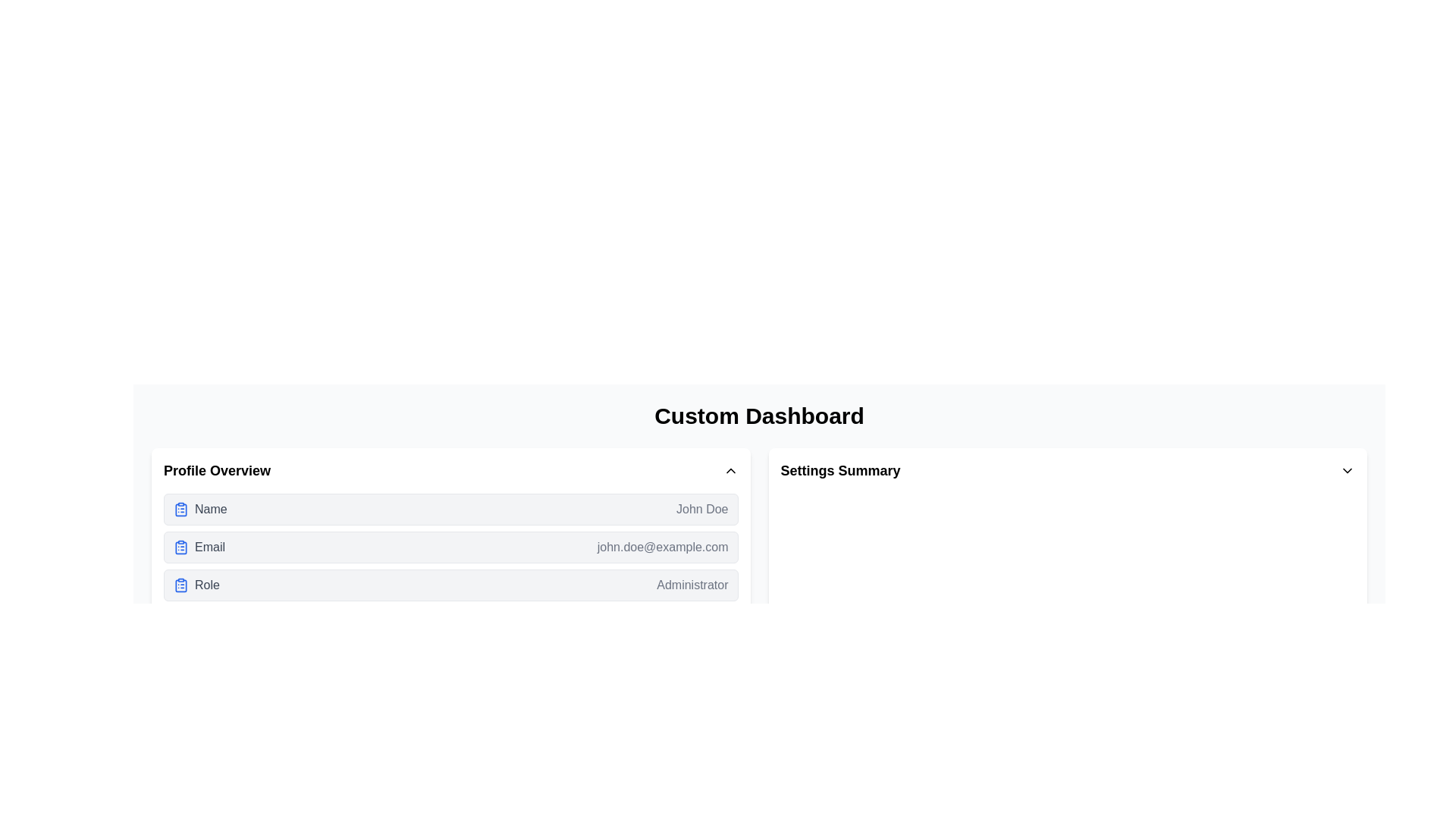  Describe the element at coordinates (210, 509) in the screenshot. I see `the 'Name' text label, which is styled in gray and is the first item in the 'Profile Overview' list, associated with a user profile` at that location.